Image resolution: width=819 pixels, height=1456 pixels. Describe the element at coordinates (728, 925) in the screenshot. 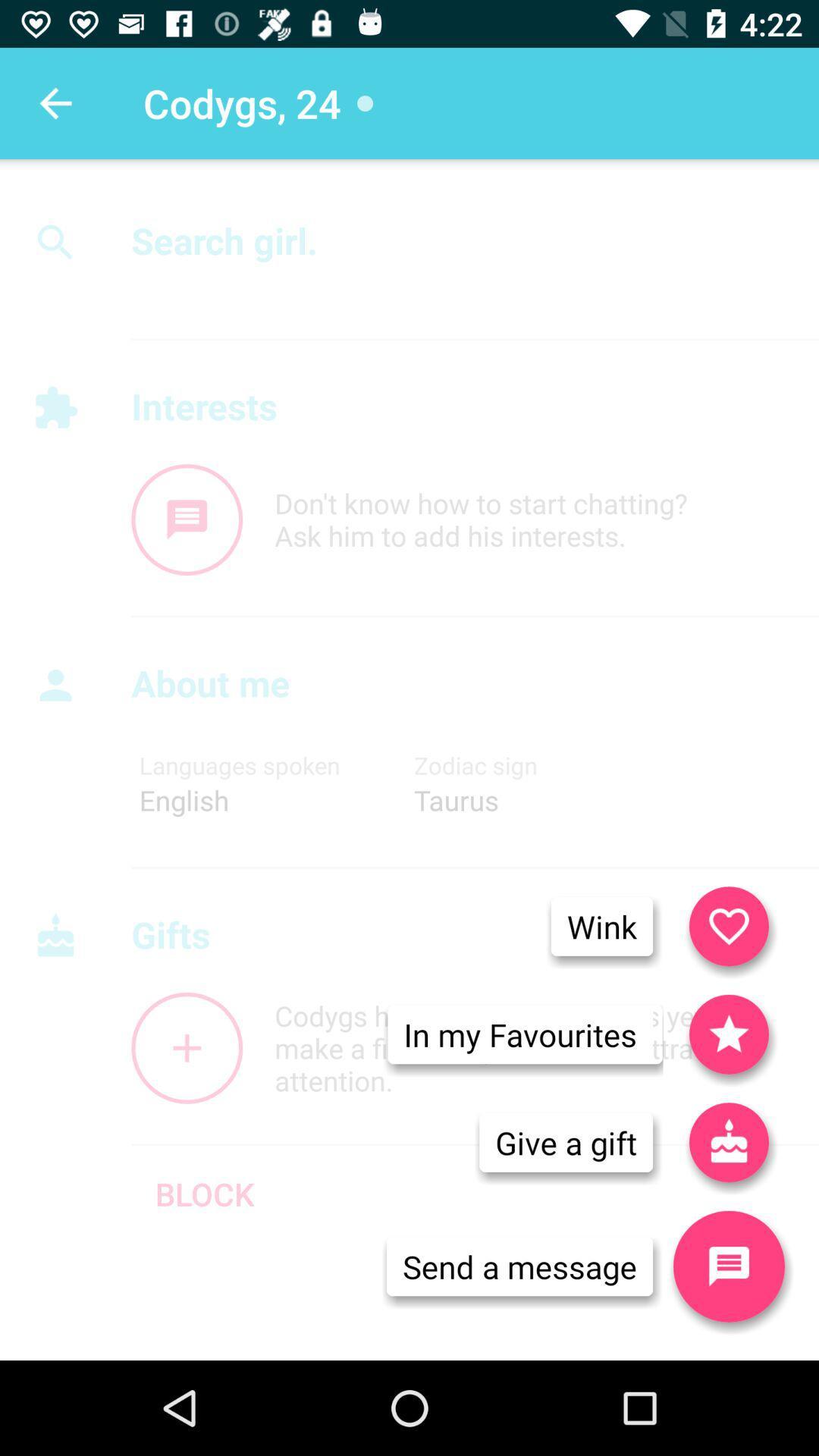

I see `the favorite icon` at that location.